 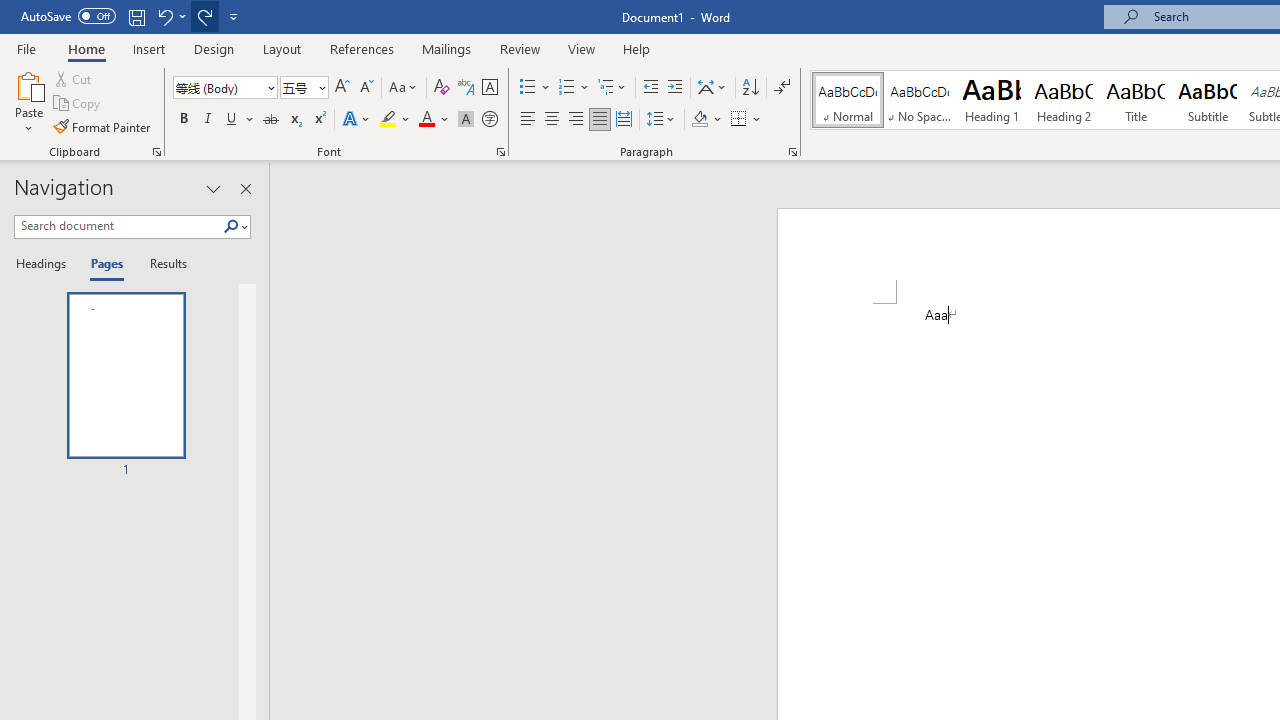 What do you see at coordinates (520, 48) in the screenshot?
I see `'Review'` at bounding box center [520, 48].